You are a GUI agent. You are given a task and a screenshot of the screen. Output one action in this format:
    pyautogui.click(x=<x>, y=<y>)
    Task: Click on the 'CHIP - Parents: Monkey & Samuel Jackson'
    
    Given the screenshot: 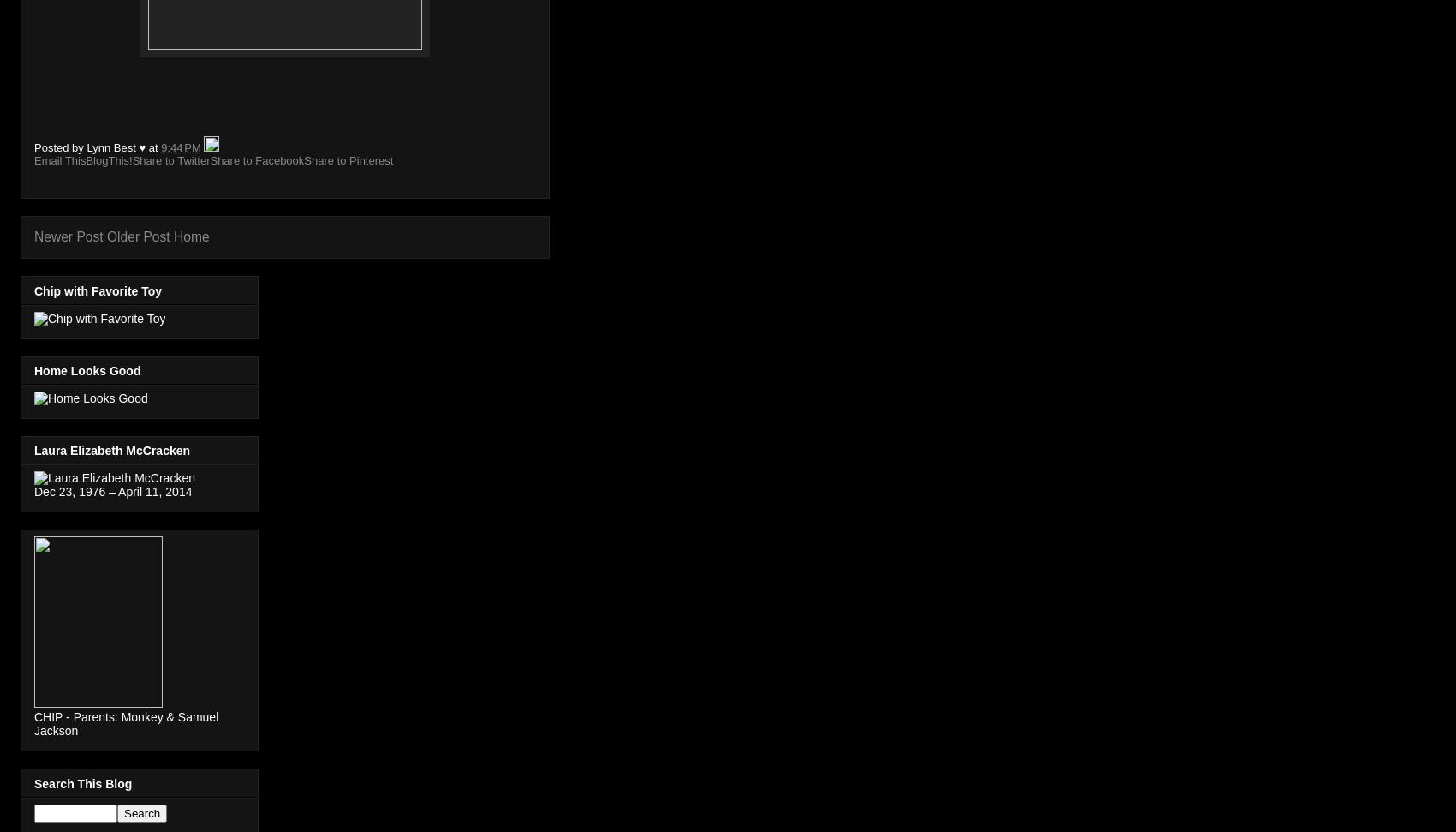 What is the action you would take?
    pyautogui.click(x=125, y=722)
    